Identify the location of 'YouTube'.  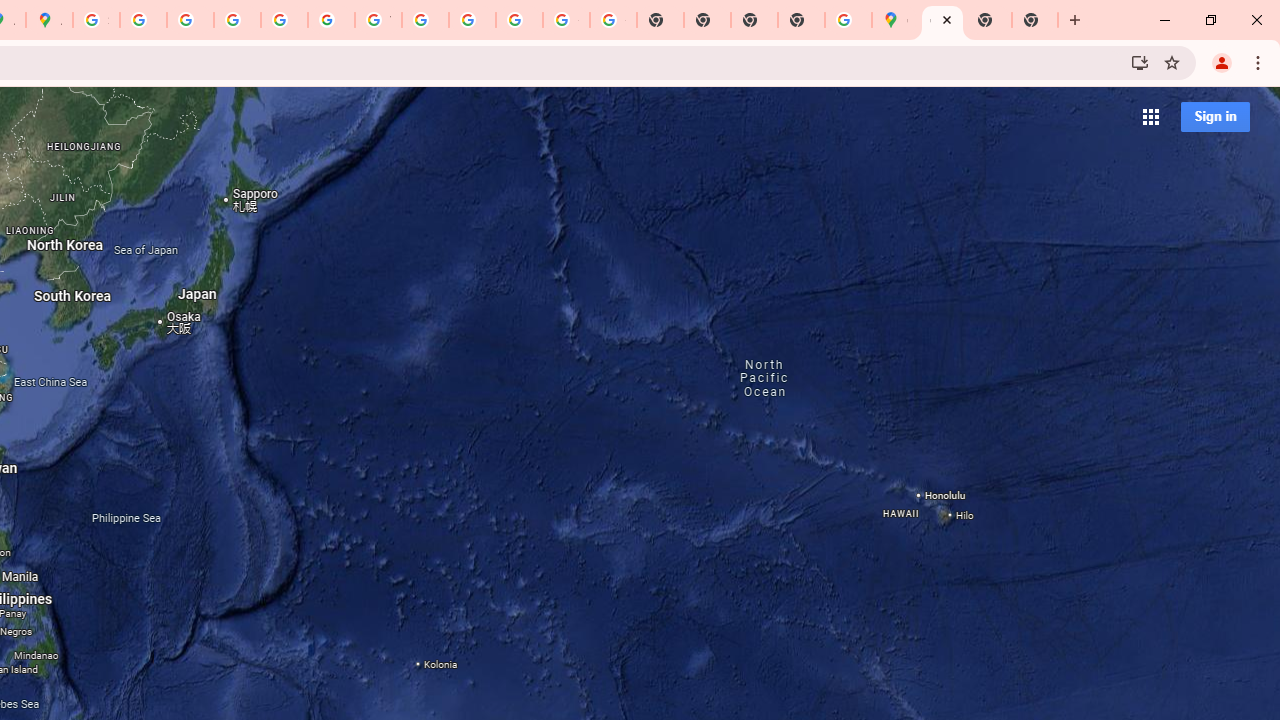
(378, 20).